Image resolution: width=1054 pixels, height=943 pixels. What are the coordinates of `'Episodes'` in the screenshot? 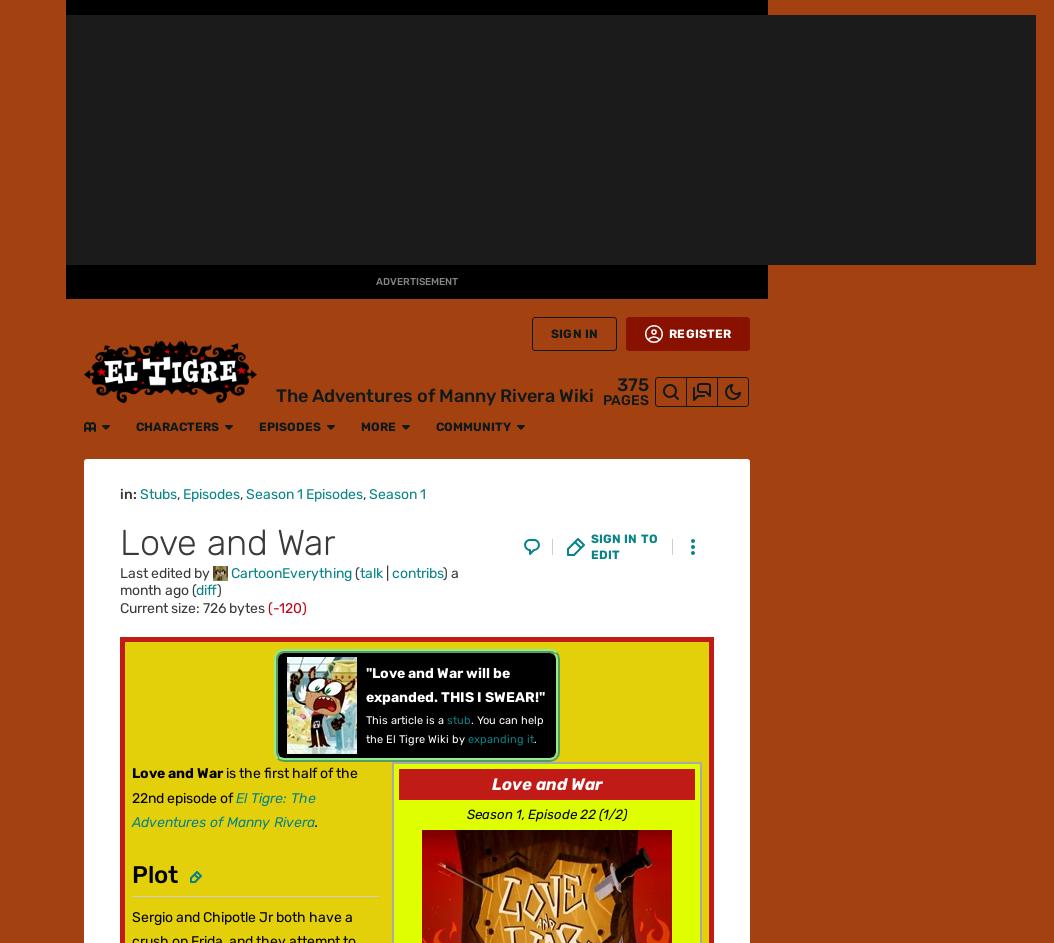 It's located at (265, 21).